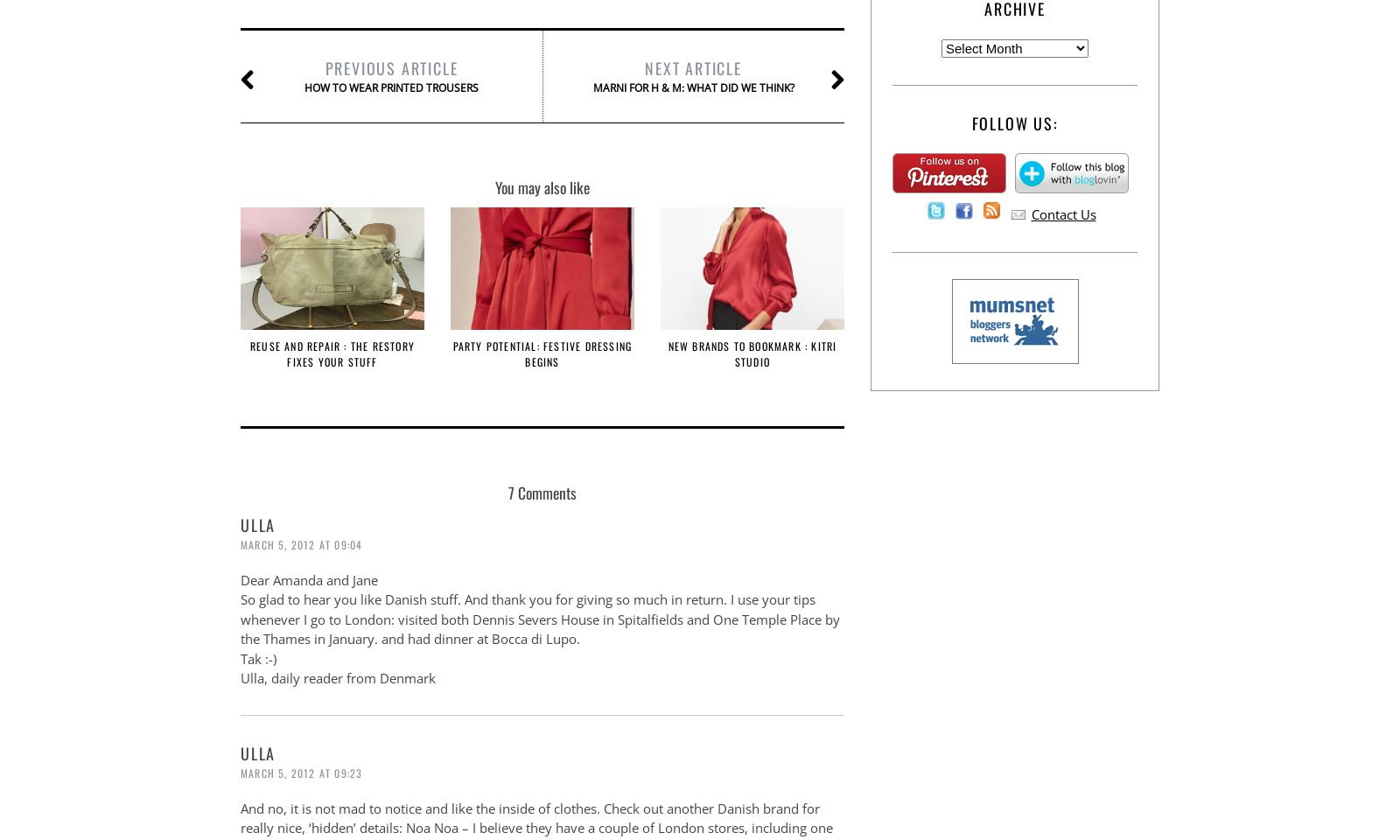 This screenshot has height=840, width=1400. I want to click on 'Marni for H & M: what did we think?', so click(693, 87).